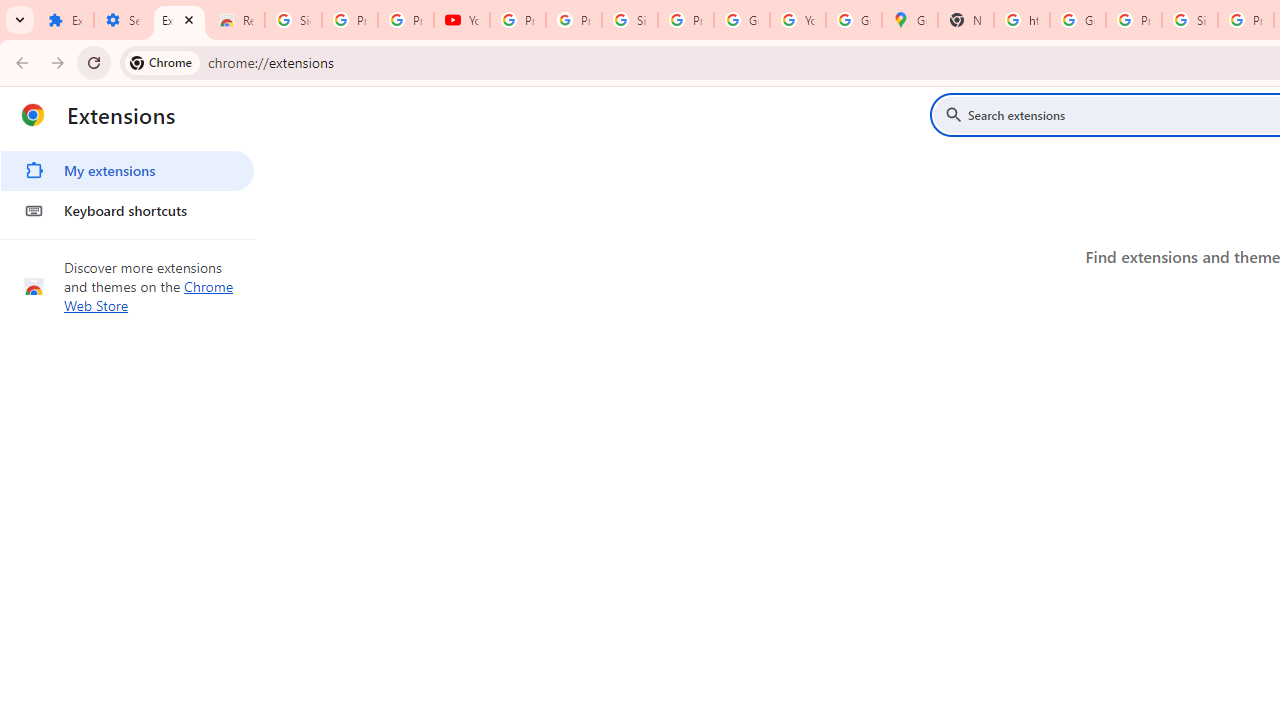  I want to click on 'https://scholar.google.com/', so click(1022, 20).